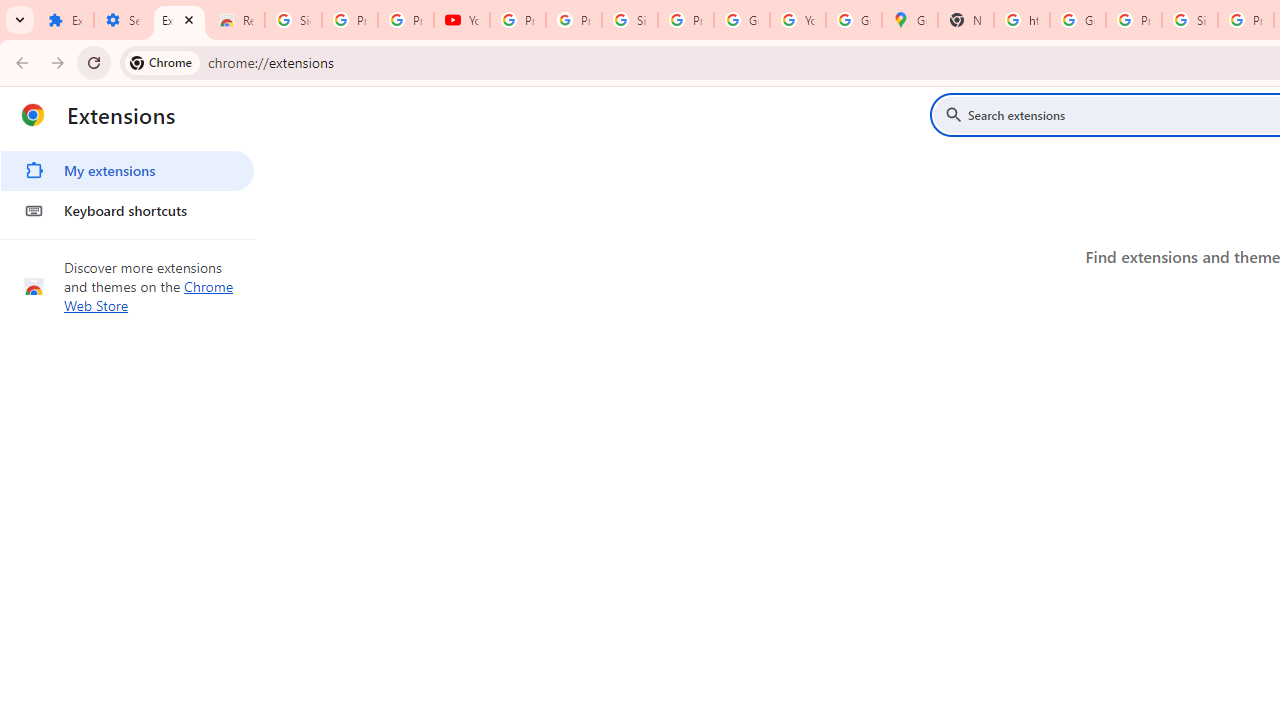  I want to click on 'https://scholar.google.com/', so click(1022, 20).